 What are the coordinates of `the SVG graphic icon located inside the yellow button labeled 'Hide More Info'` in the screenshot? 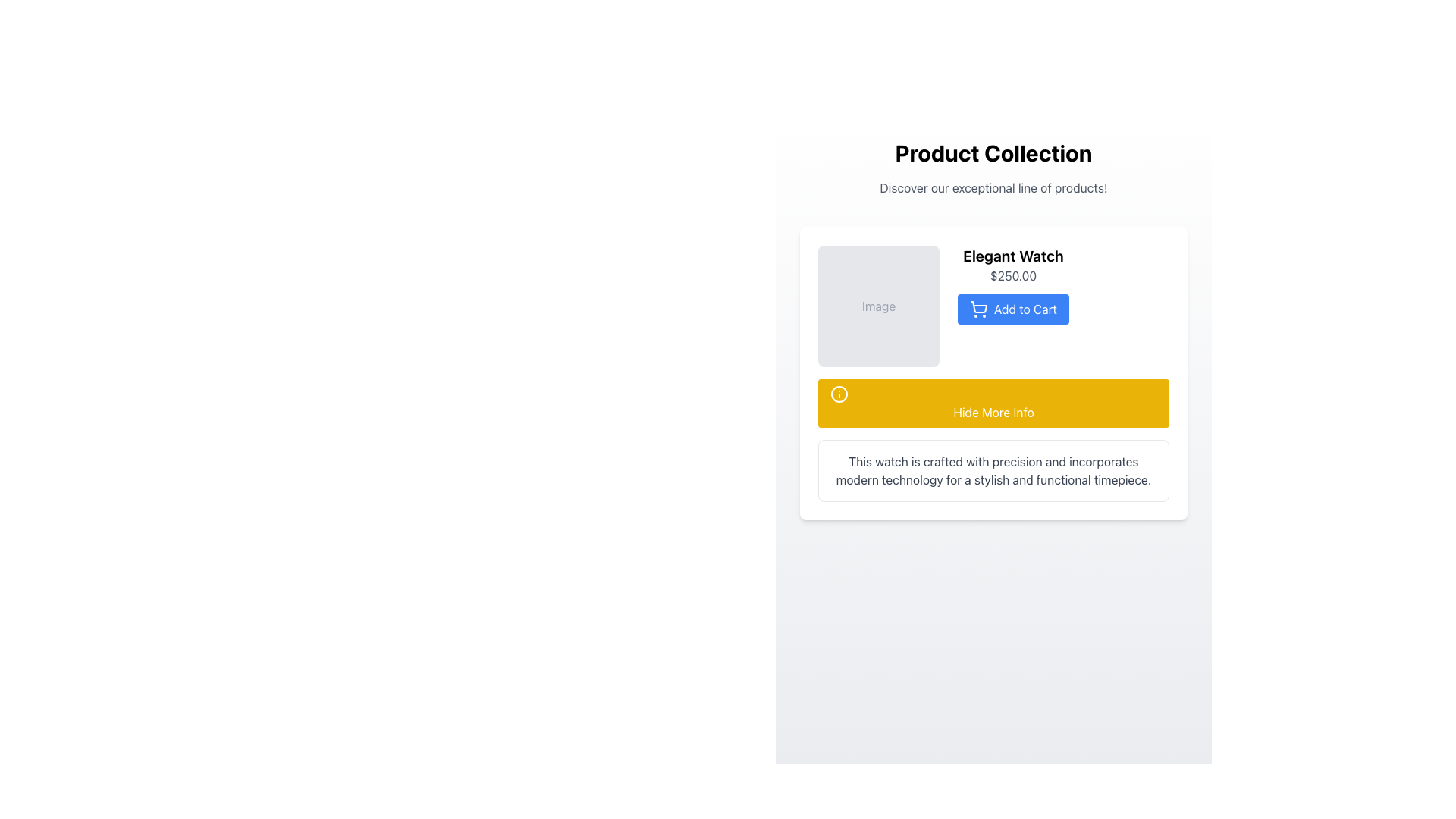 It's located at (839, 394).